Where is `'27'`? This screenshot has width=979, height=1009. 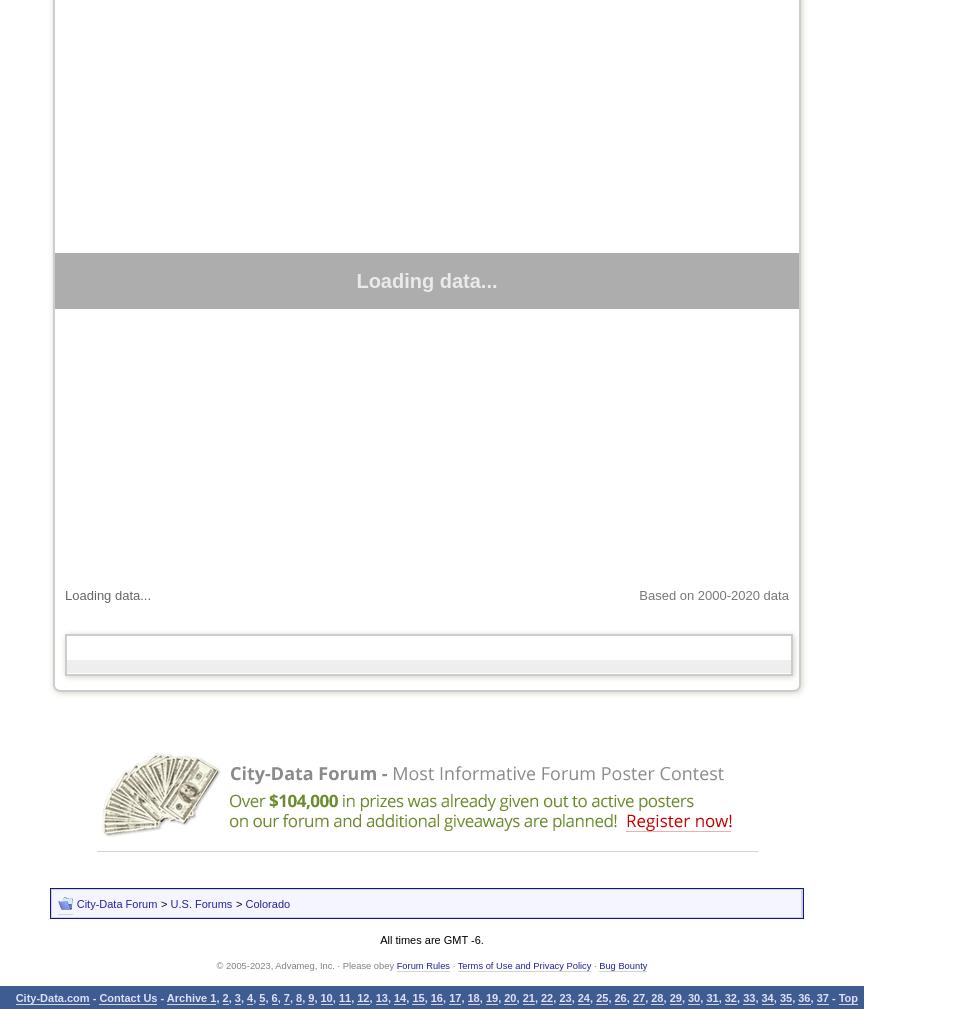 '27' is located at coordinates (637, 998).